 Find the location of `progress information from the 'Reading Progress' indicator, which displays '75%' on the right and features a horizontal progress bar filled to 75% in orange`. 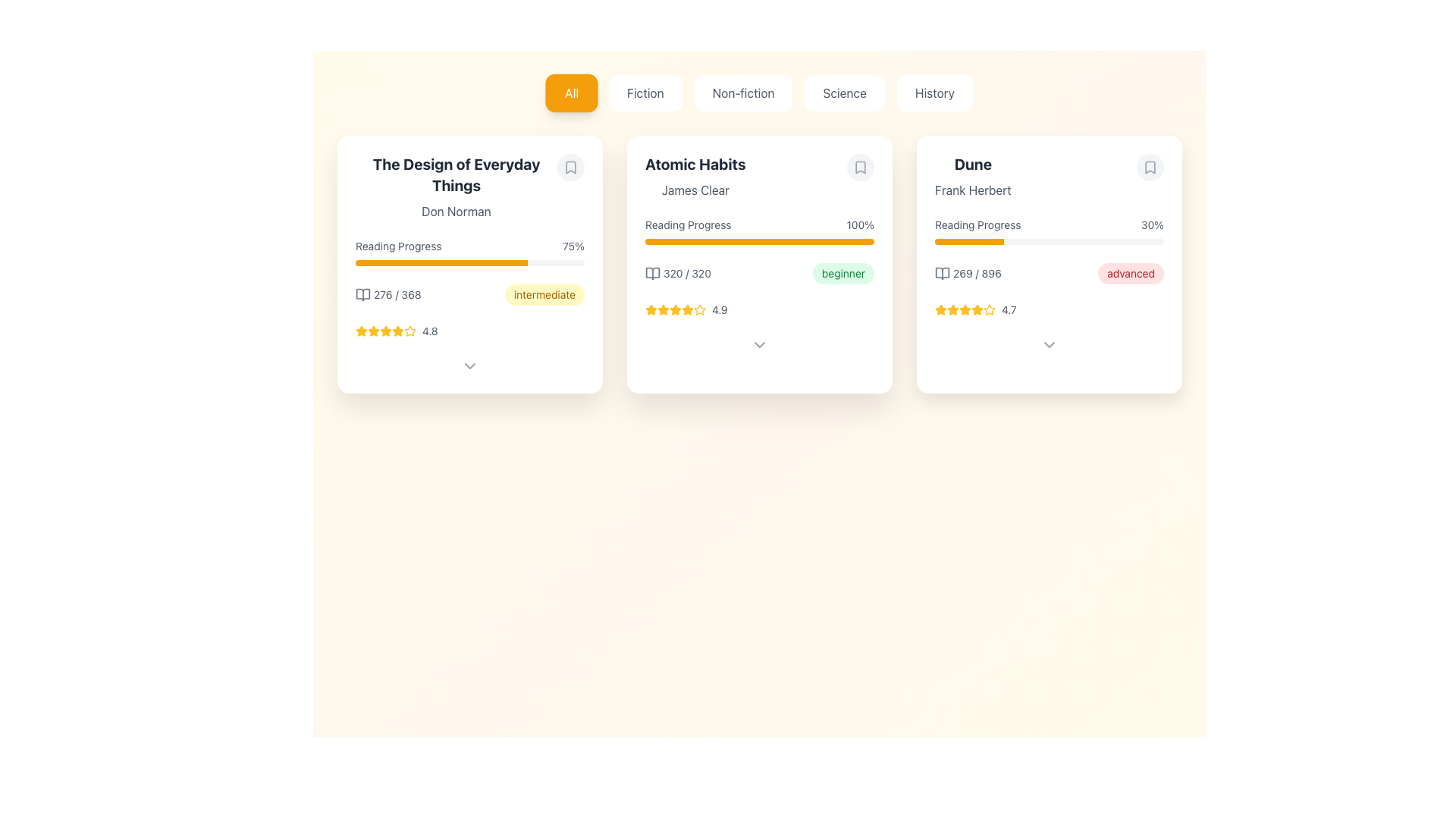

progress information from the 'Reading Progress' indicator, which displays '75%' on the right and features a horizontal progress bar filled to 75% in orange is located at coordinates (469, 251).